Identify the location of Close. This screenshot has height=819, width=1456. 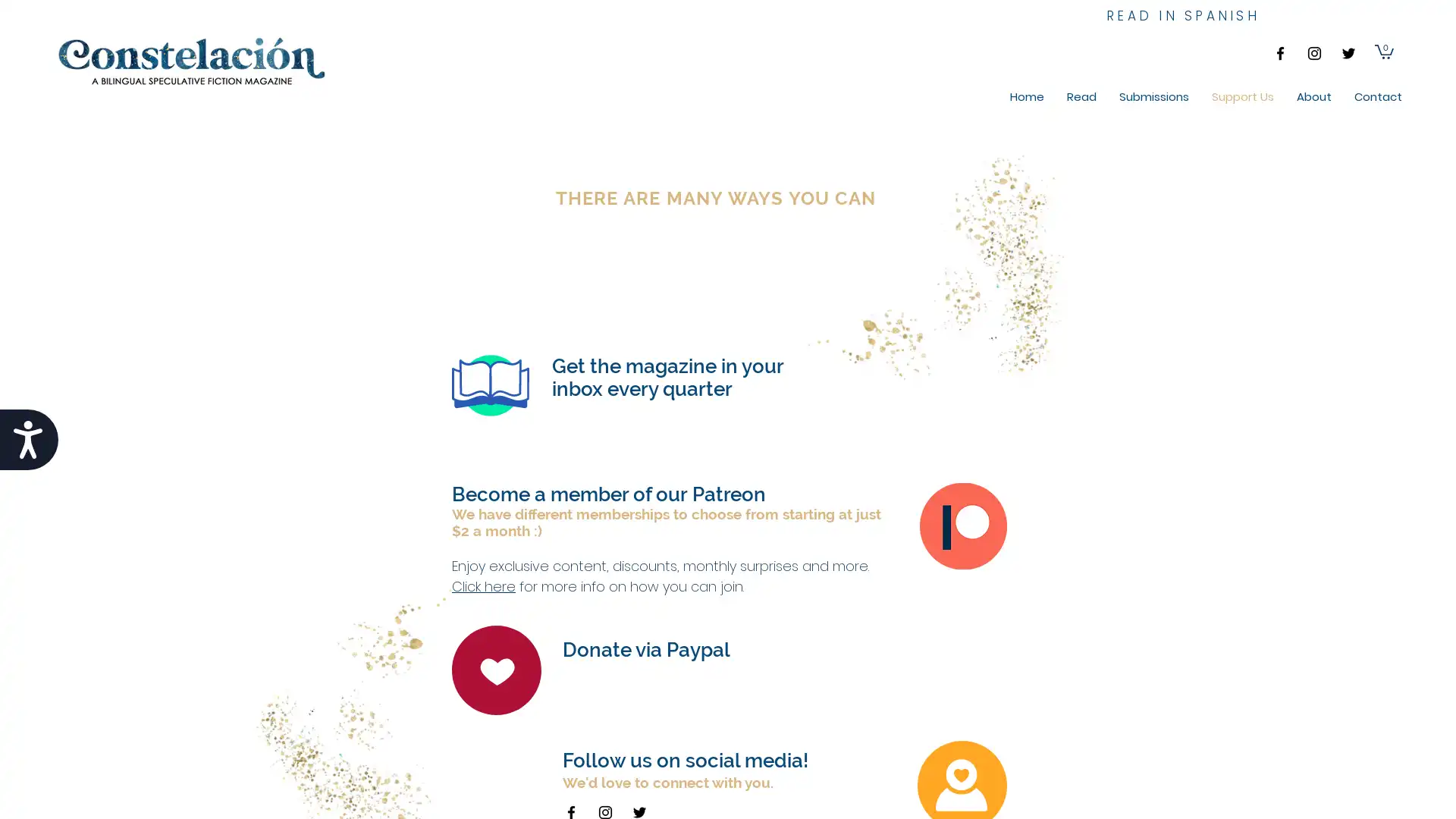
(1437, 792).